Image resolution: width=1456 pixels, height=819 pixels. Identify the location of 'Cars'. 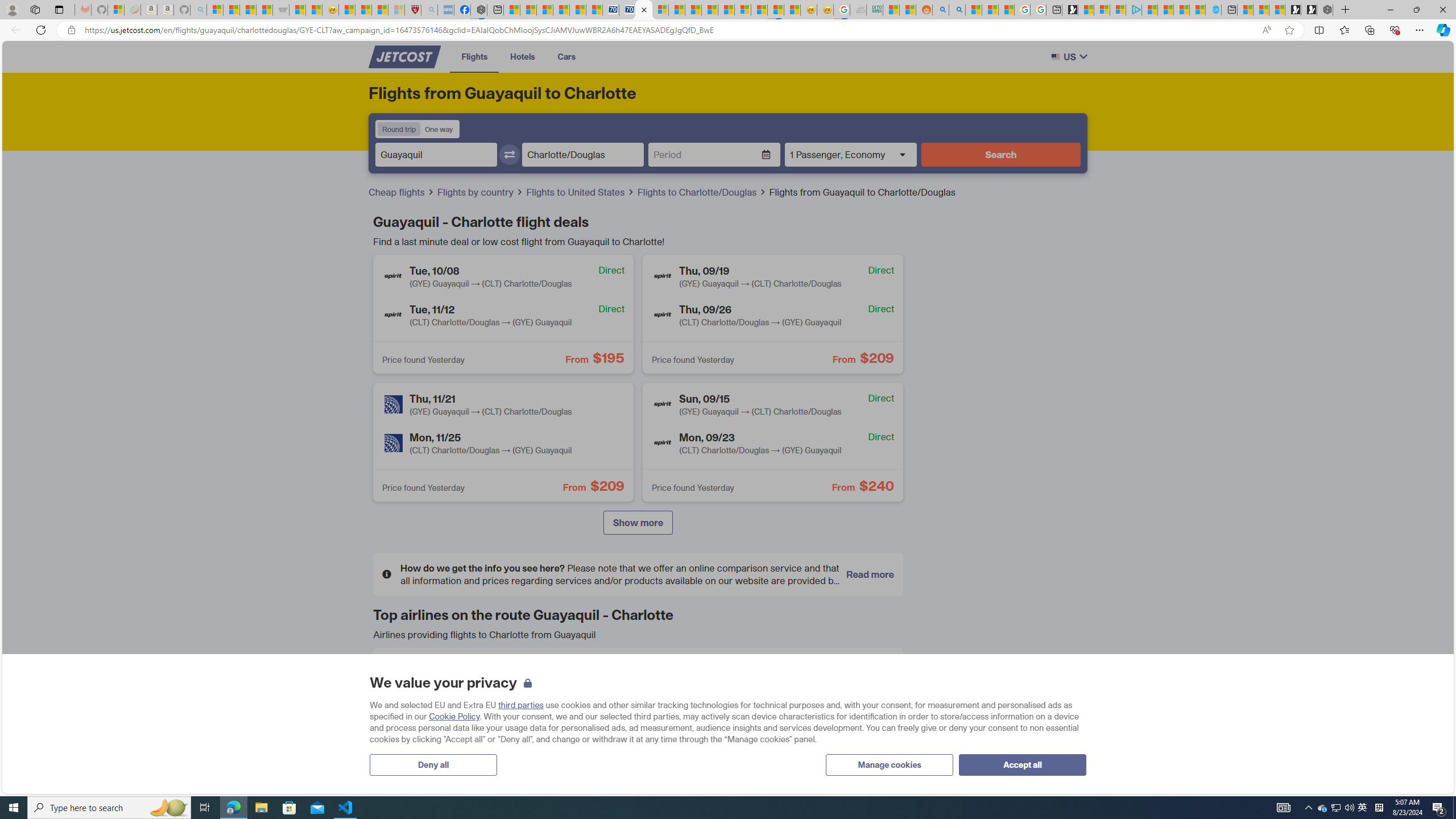
(565, 56).